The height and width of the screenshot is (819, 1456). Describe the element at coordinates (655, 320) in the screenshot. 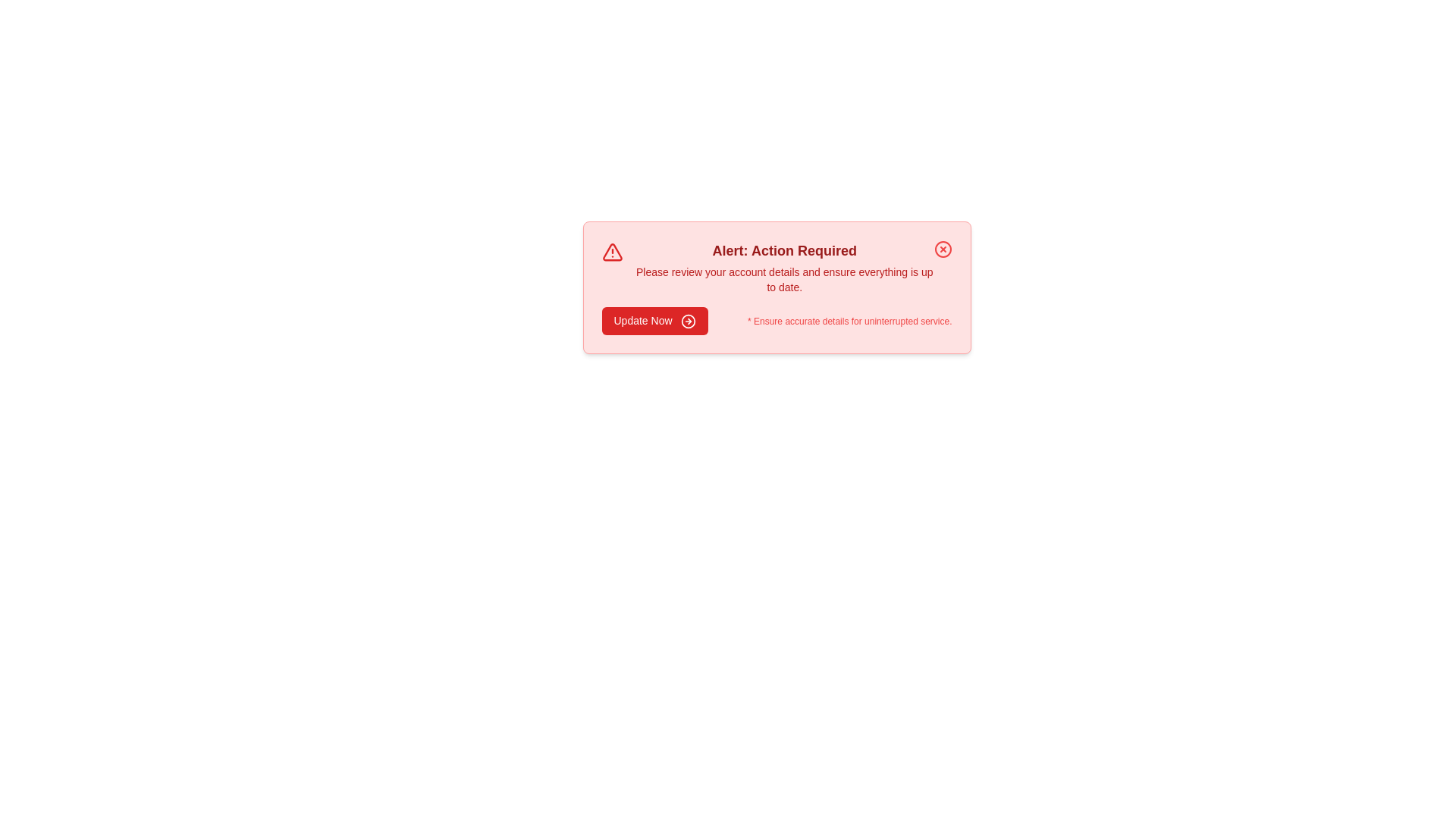

I see `the 'Update Now' button to navigate to account details` at that location.